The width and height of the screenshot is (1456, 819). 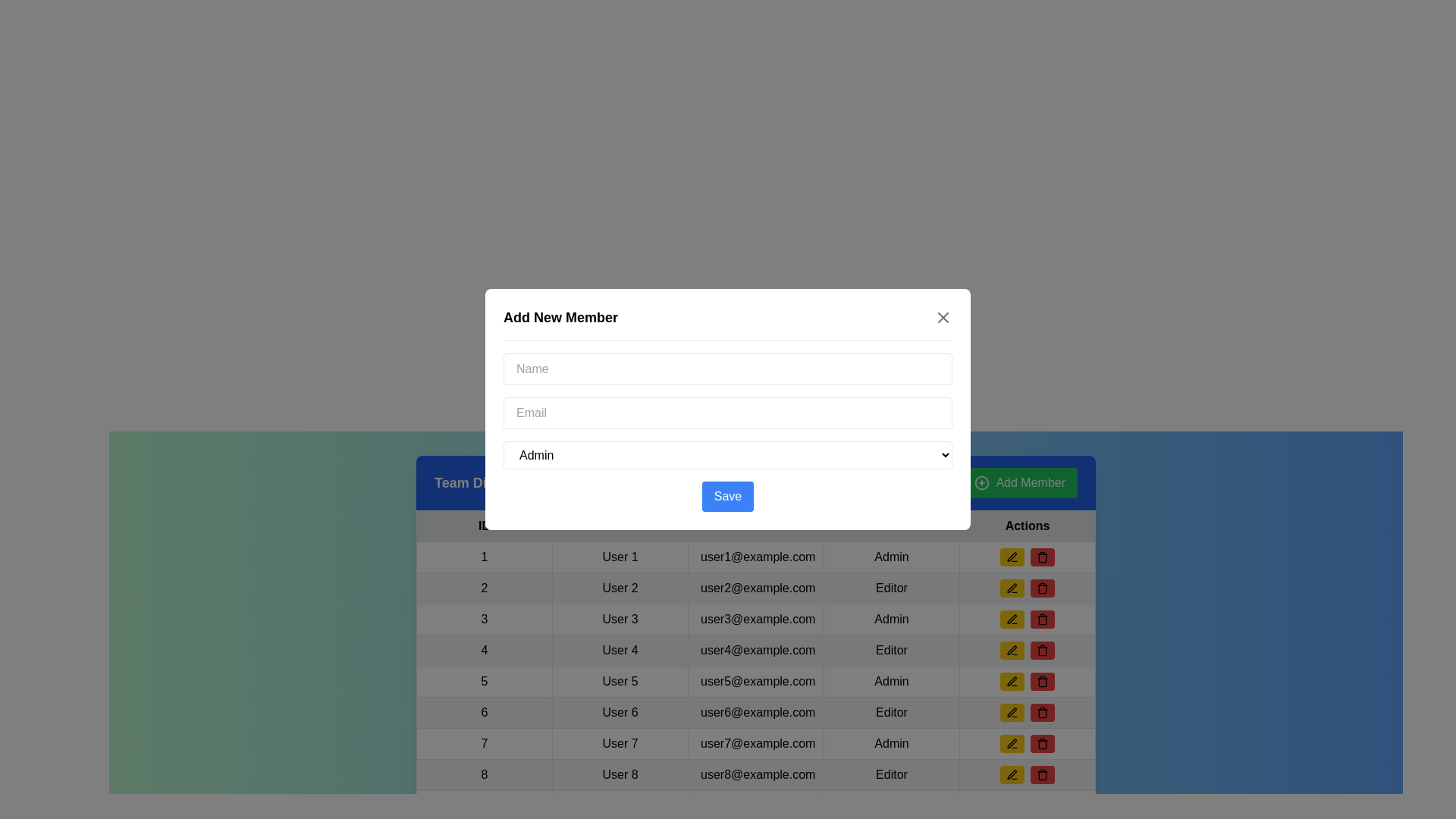 What do you see at coordinates (892, 713) in the screenshot?
I see `the static text element indicating the role 'Editor' in the Role column of the sixth row in the table, located between the Email column and the Actions column` at bounding box center [892, 713].